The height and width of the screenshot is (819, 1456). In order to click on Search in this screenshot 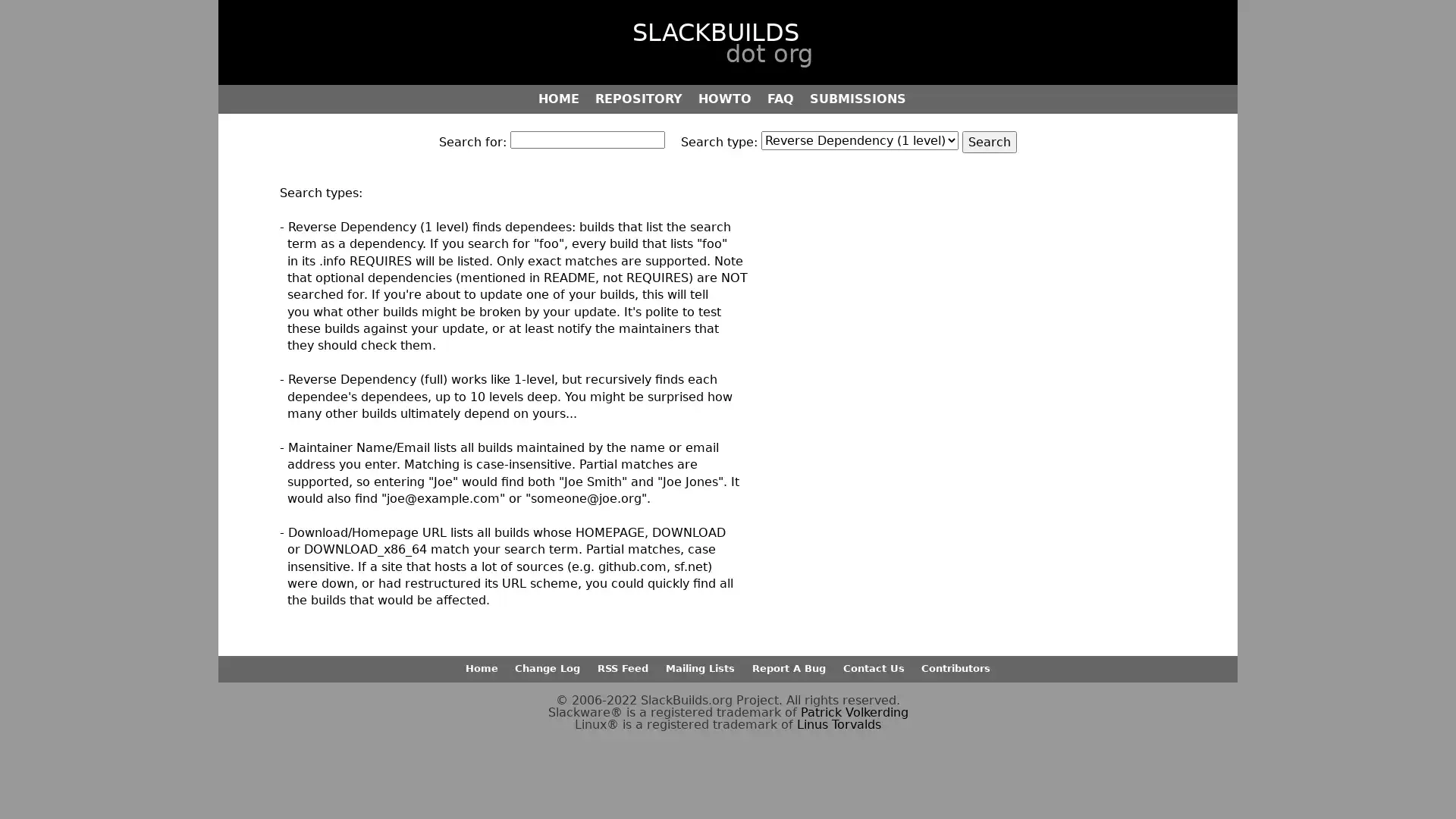, I will do `click(990, 141)`.